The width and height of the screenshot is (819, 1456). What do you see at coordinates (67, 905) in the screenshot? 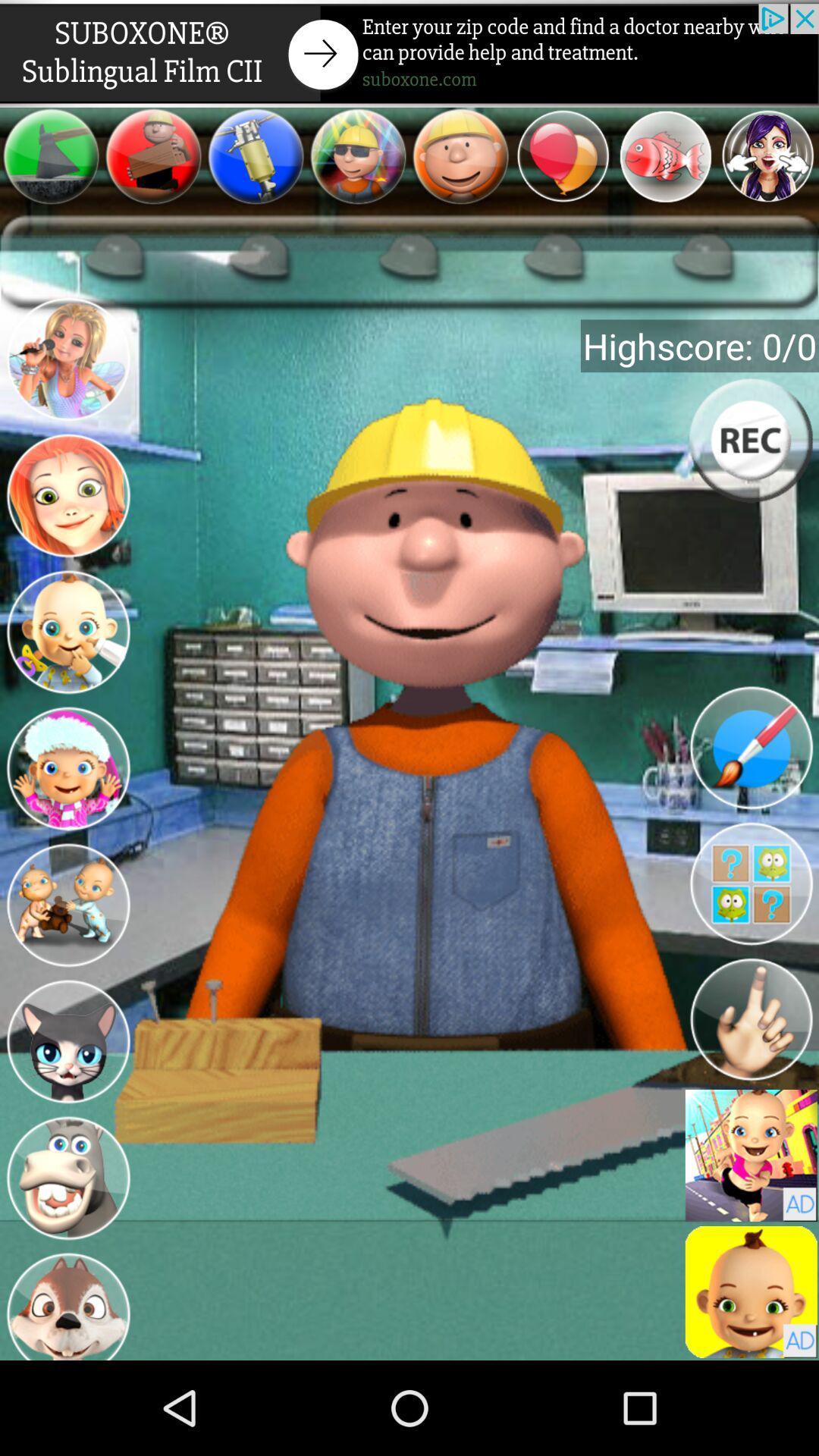
I see `new character s` at bounding box center [67, 905].